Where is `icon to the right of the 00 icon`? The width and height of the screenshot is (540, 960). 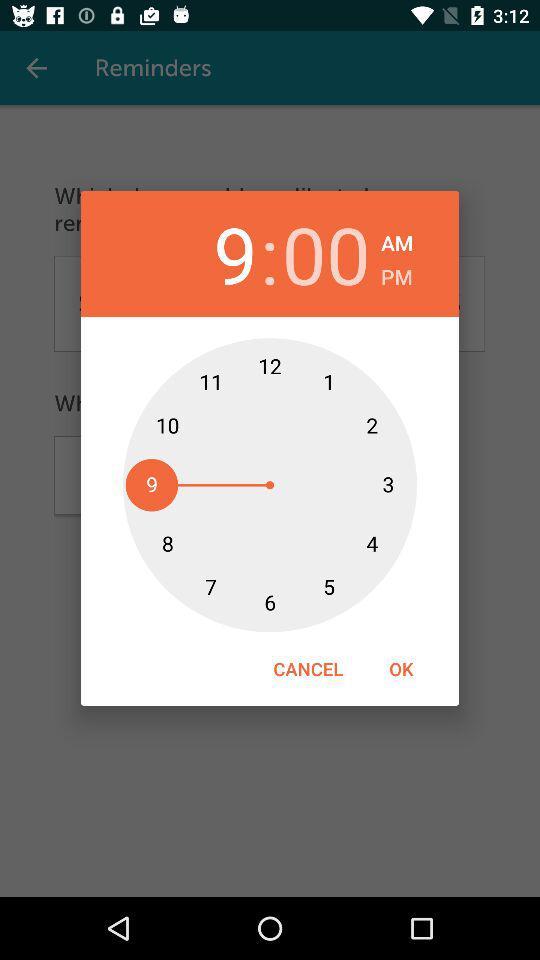 icon to the right of the 00 icon is located at coordinates (397, 240).